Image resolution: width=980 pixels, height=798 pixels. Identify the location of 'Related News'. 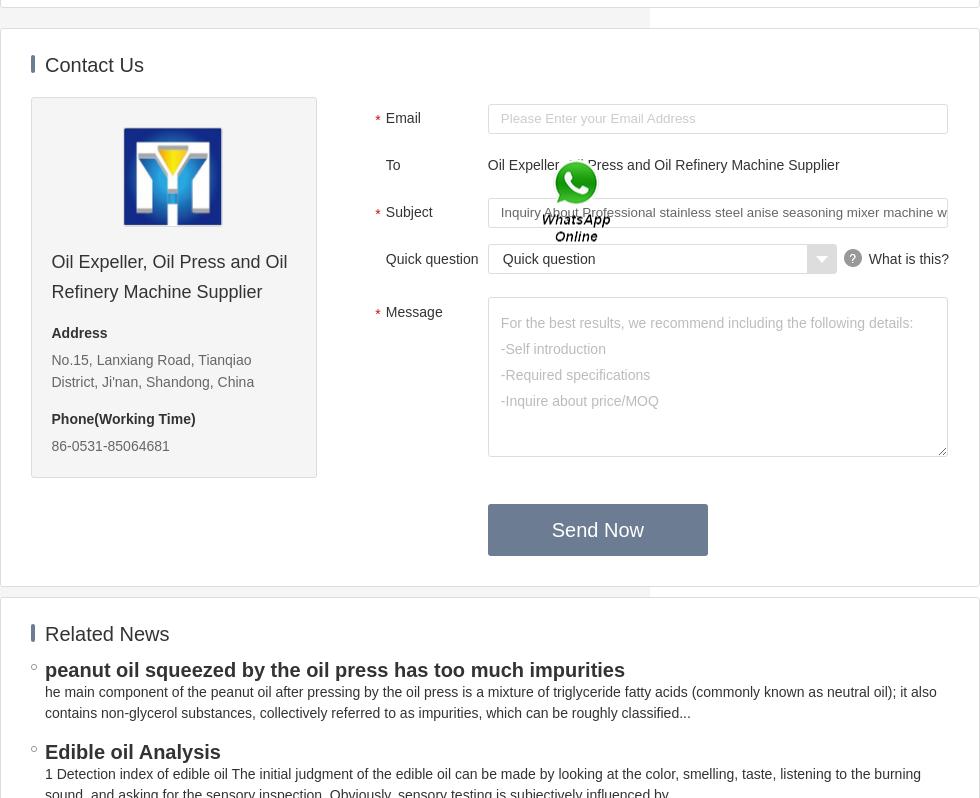
(107, 633).